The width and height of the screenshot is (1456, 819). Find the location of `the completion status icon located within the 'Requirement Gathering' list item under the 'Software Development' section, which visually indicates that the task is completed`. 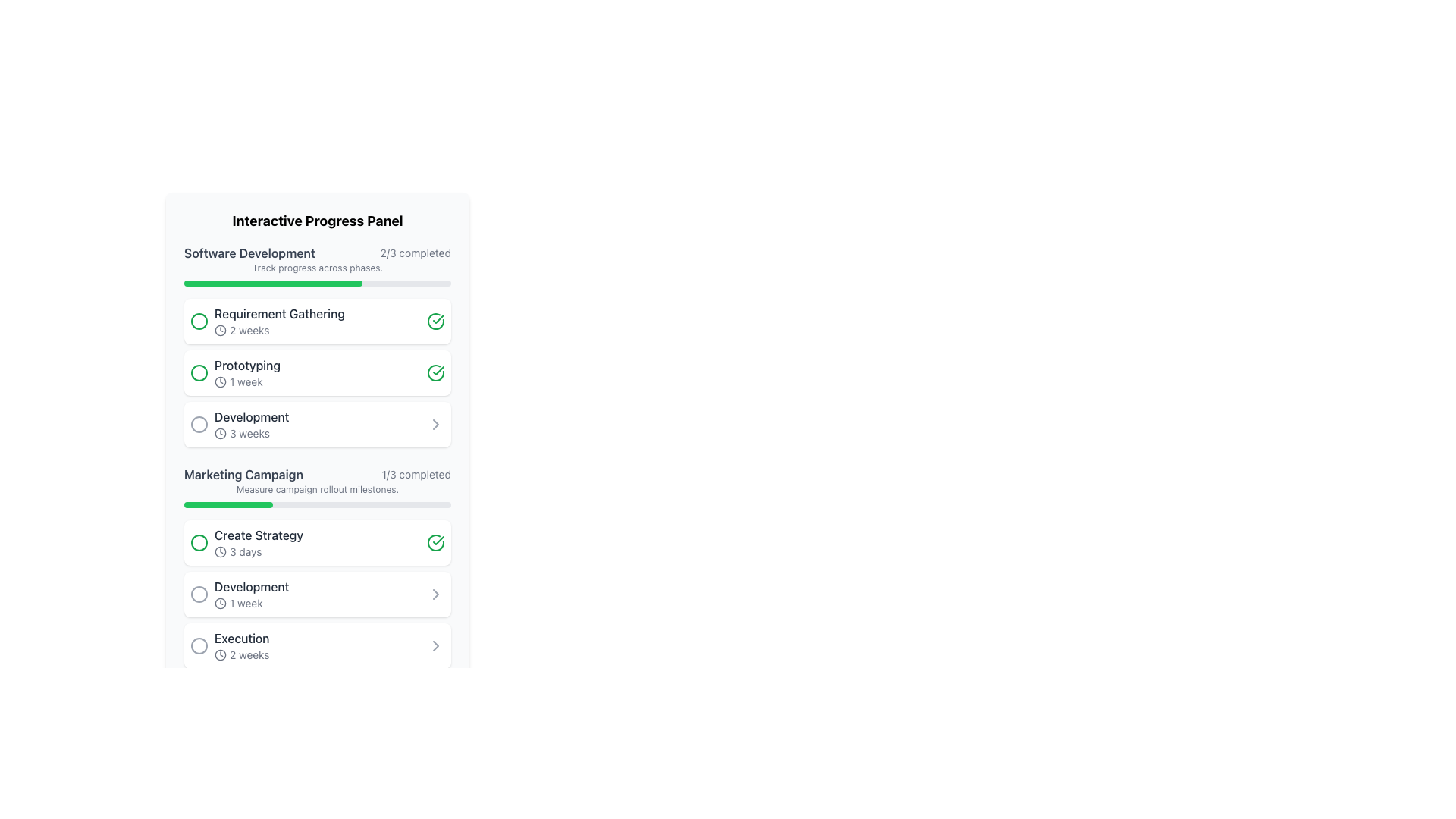

the completion status icon located within the 'Requirement Gathering' list item under the 'Software Development' section, which visually indicates that the task is completed is located at coordinates (435, 542).